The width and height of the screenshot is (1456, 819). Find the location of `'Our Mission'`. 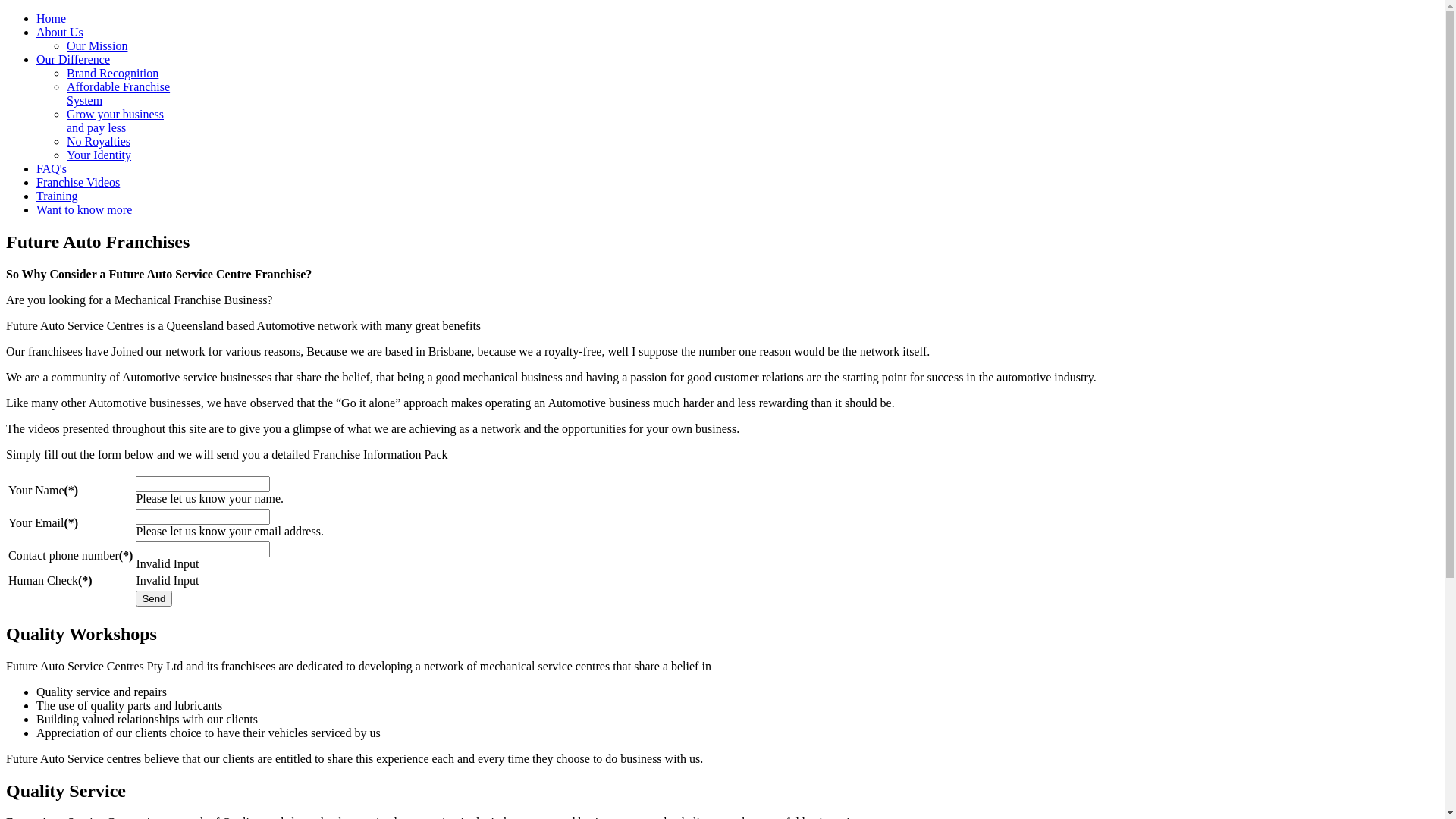

'Our Mission' is located at coordinates (96, 45).